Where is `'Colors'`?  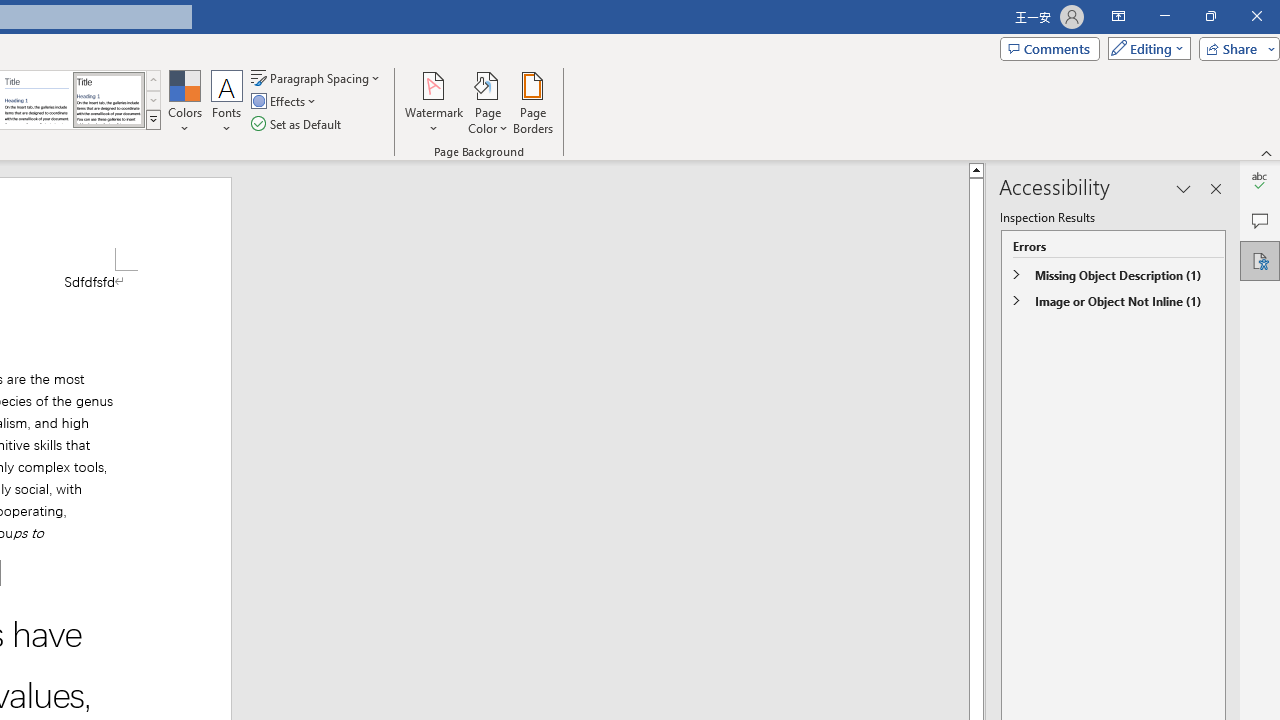
'Colors' is located at coordinates (184, 103).